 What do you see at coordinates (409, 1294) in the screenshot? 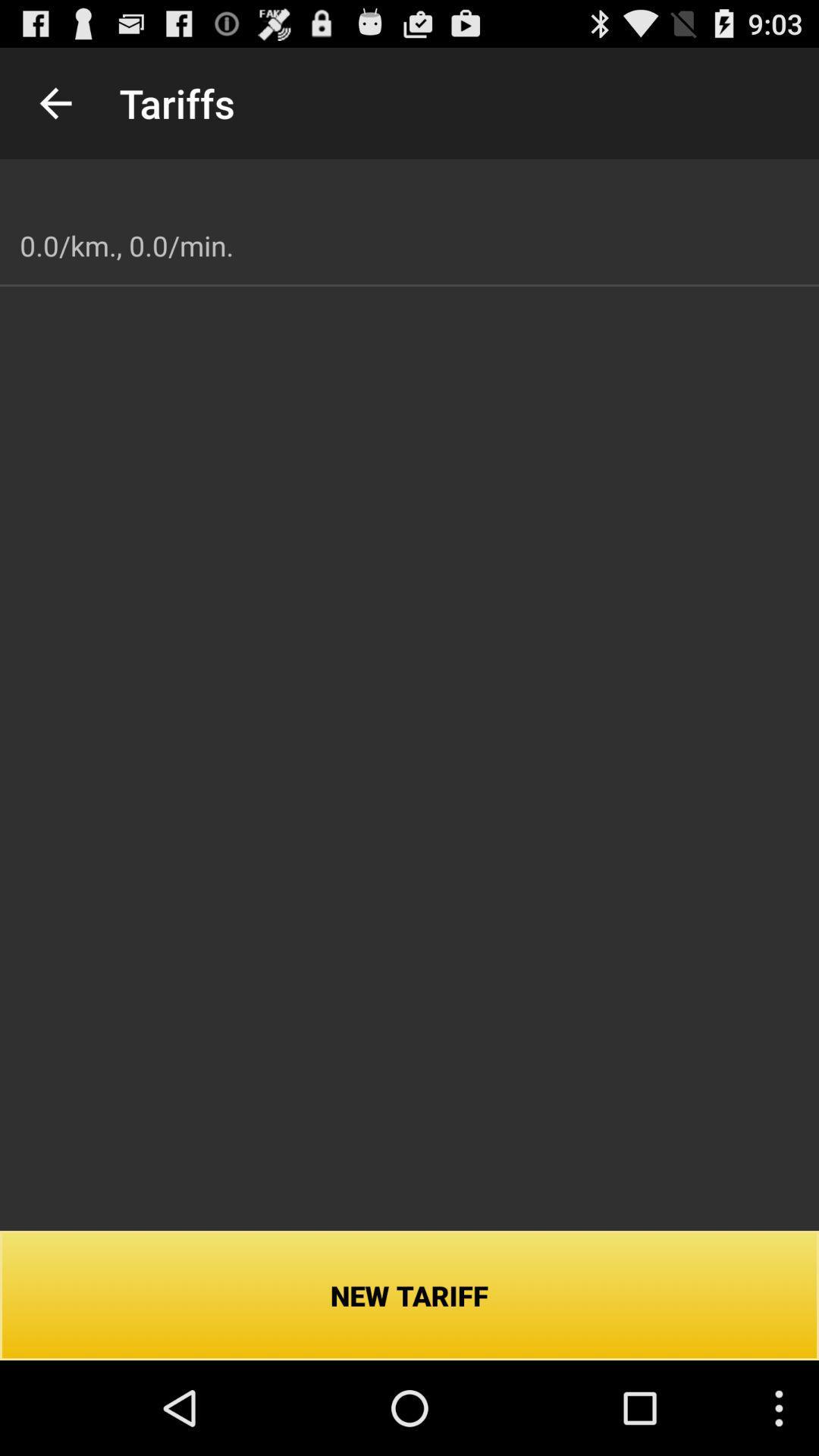
I see `new tariff item` at bounding box center [409, 1294].